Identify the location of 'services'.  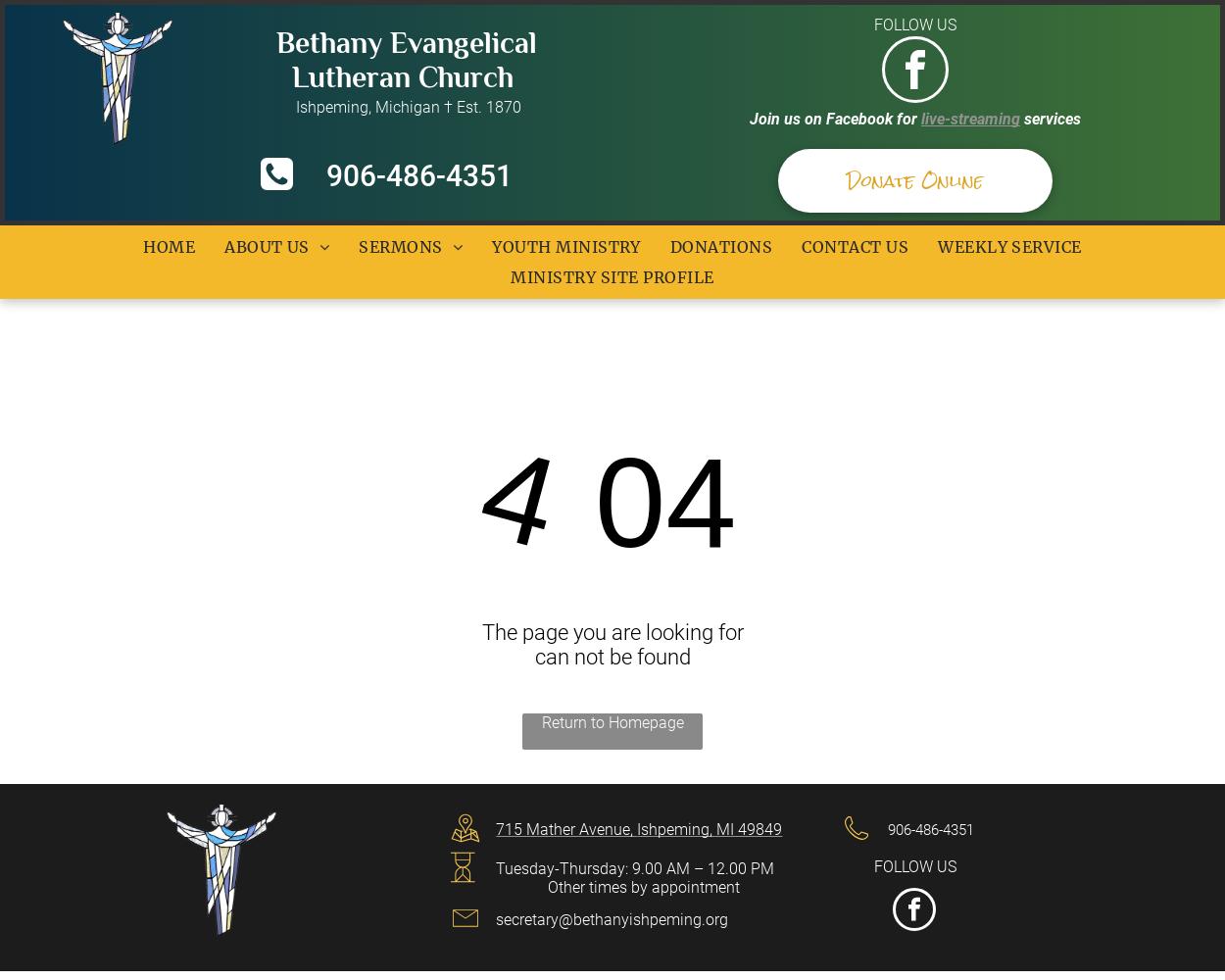
(1052, 118).